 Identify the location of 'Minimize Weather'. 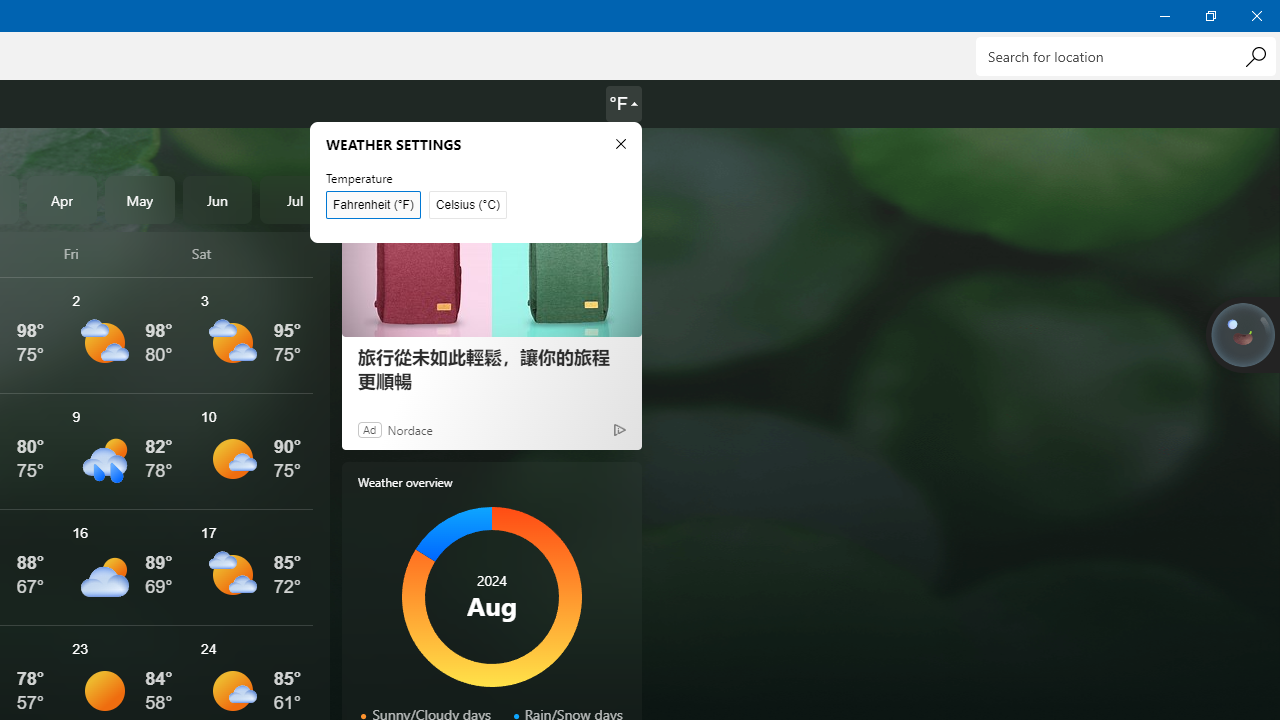
(1164, 15).